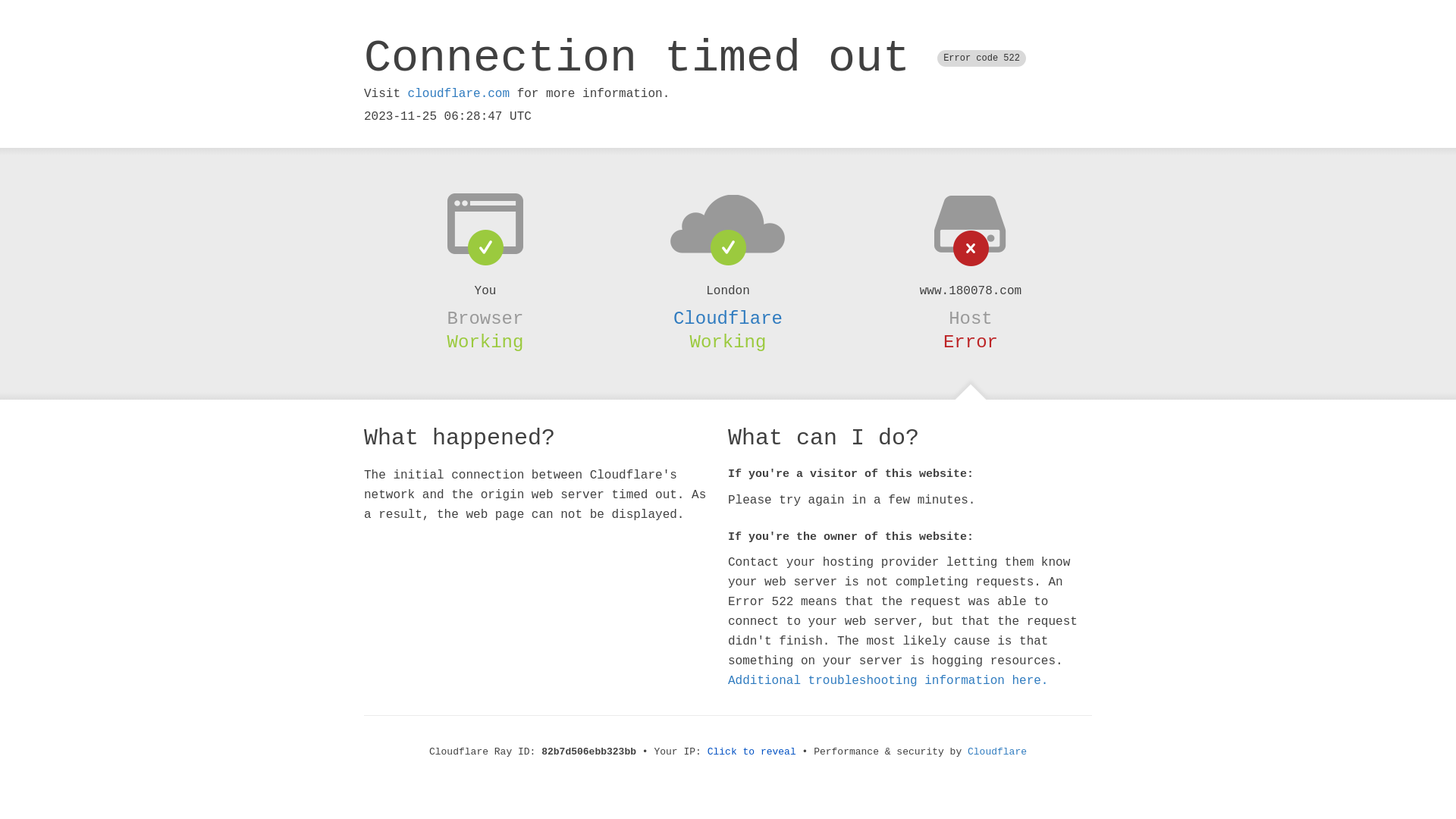  I want to click on 'Cloudflare', so click(997, 752).